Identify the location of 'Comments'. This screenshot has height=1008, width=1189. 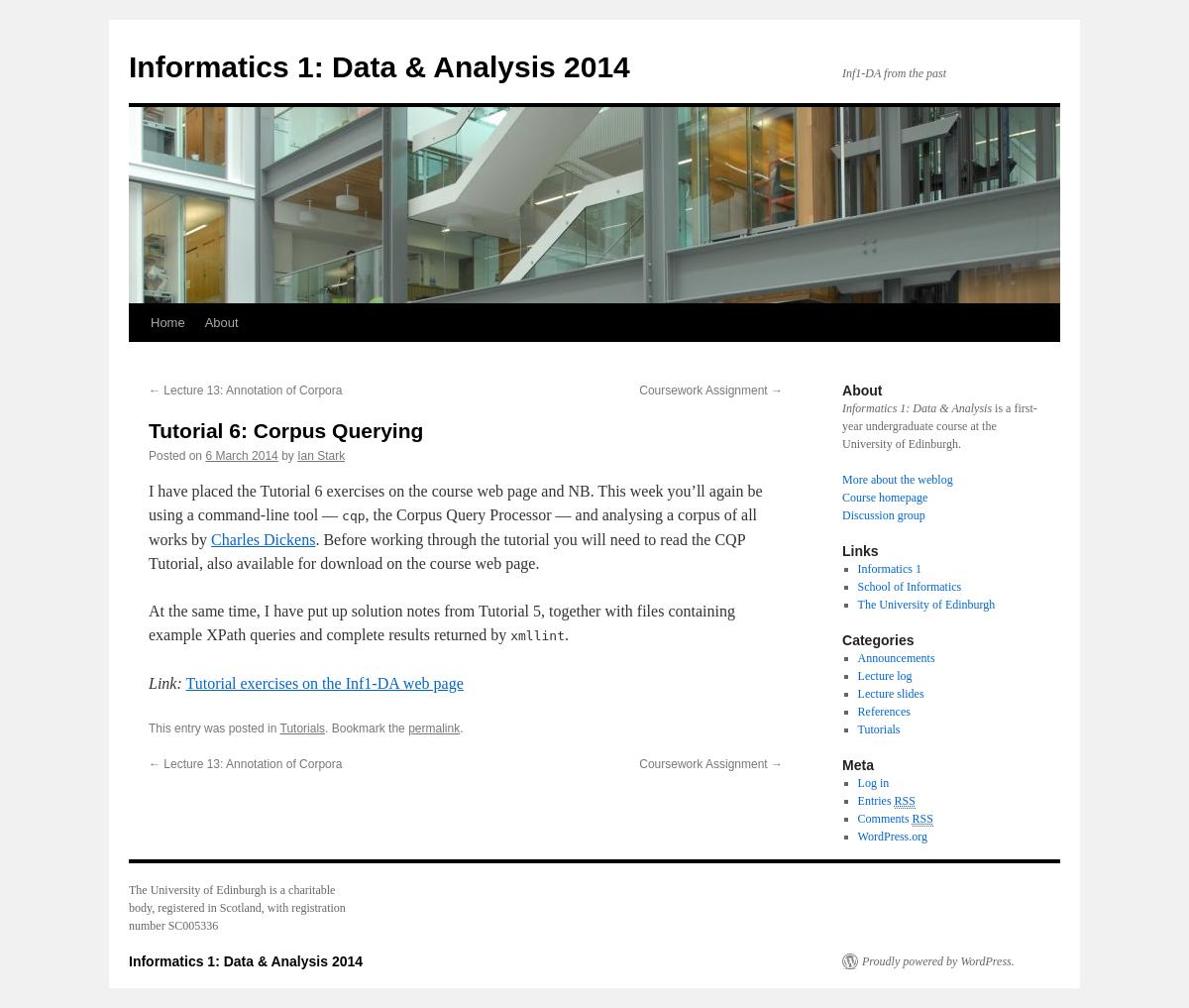
(883, 818).